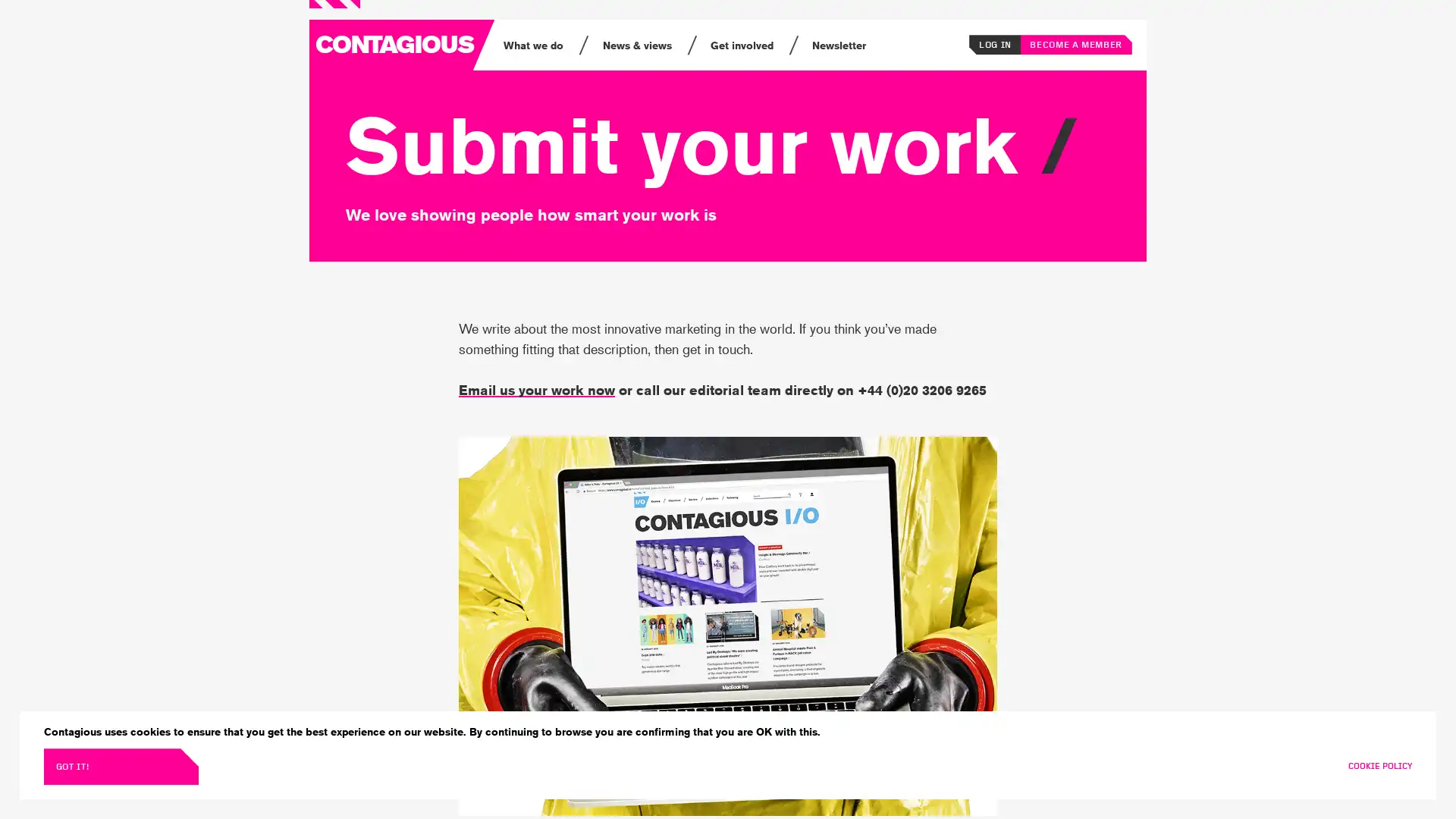  What do you see at coordinates (120, 766) in the screenshot?
I see `GOT IT!` at bounding box center [120, 766].